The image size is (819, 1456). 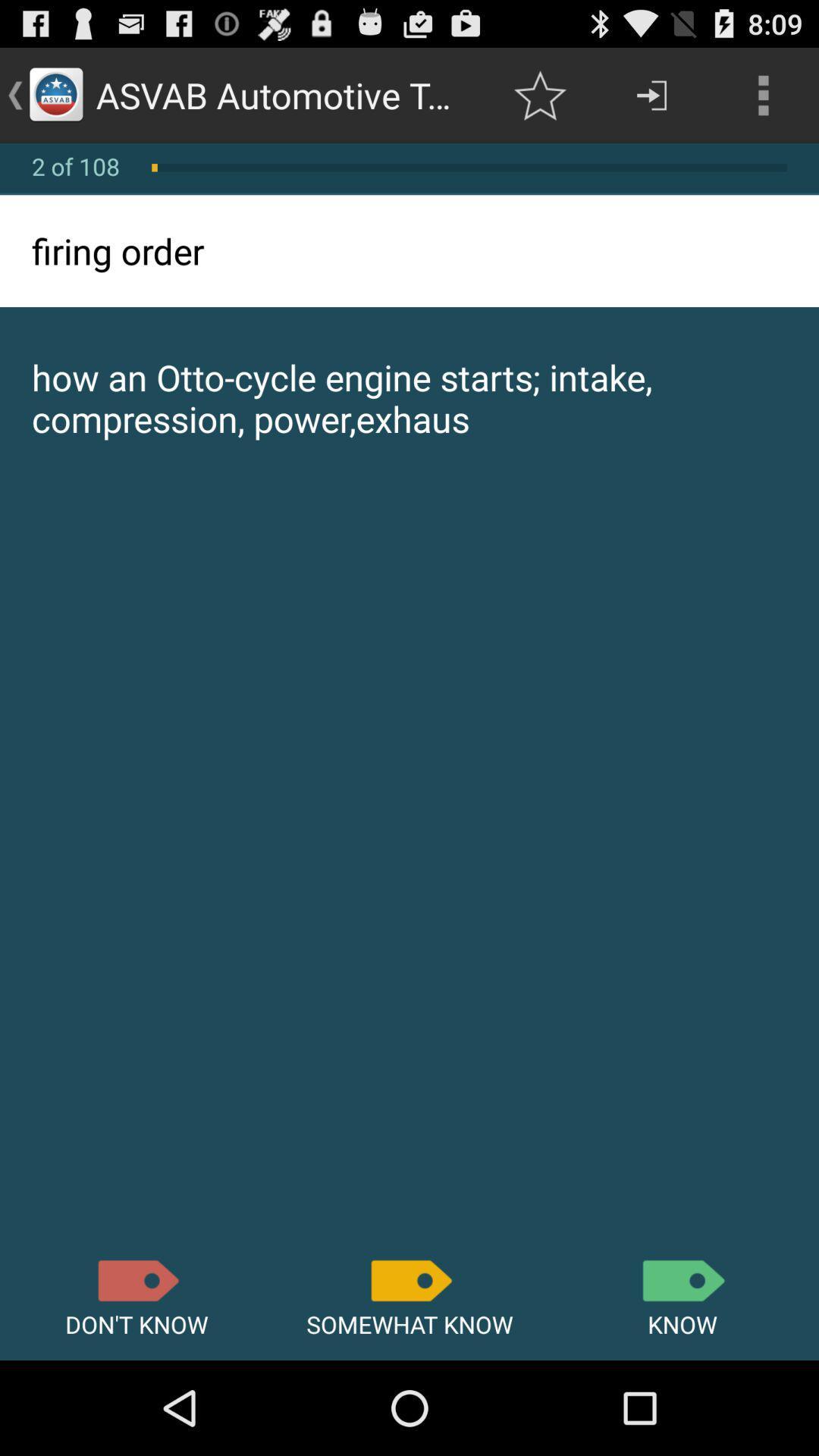 What do you see at coordinates (539, 94) in the screenshot?
I see `the app to the right of the asvab automotive terminologies item` at bounding box center [539, 94].